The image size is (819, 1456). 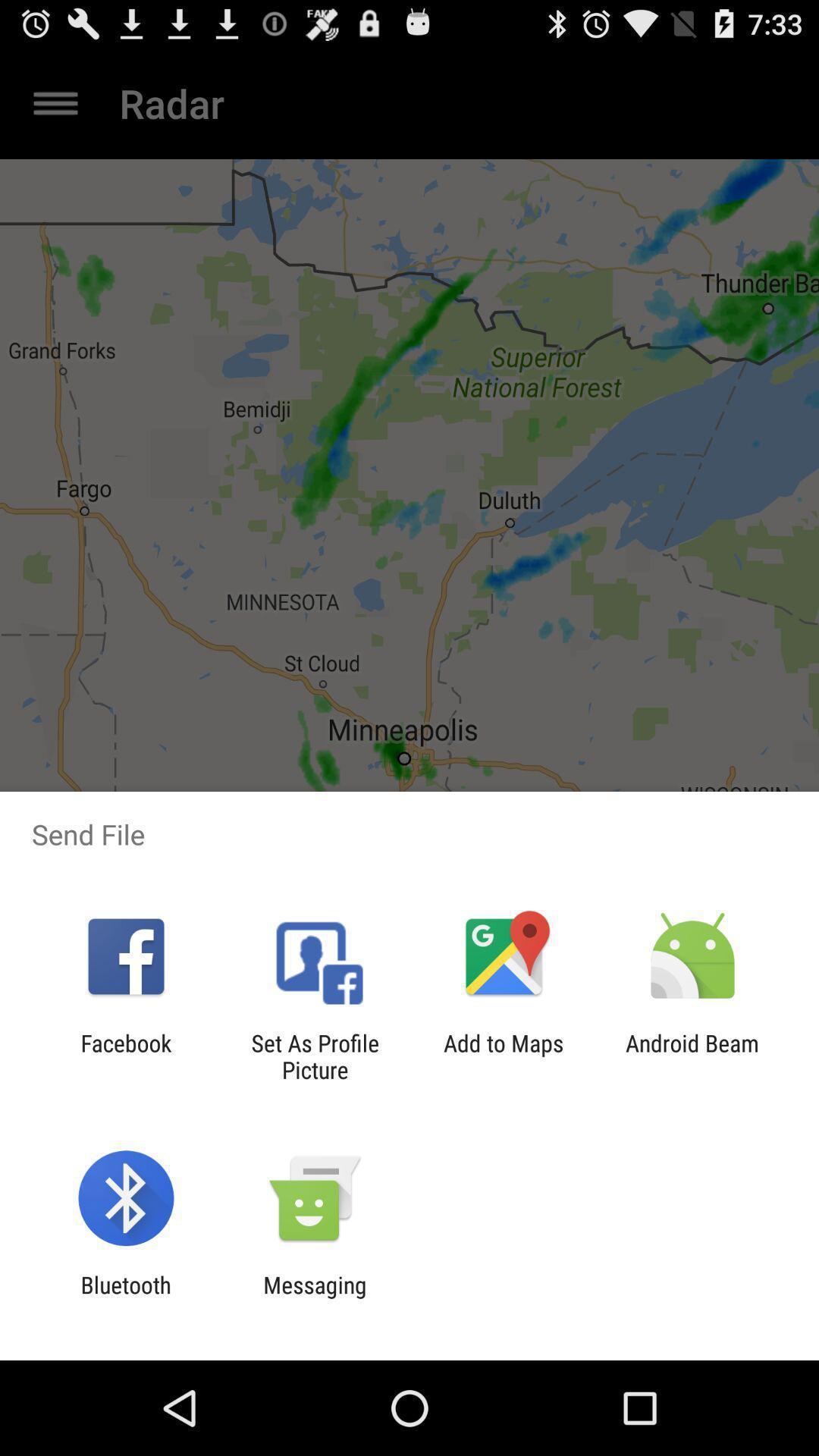 What do you see at coordinates (504, 1056) in the screenshot?
I see `the add to maps app` at bounding box center [504, 1056].